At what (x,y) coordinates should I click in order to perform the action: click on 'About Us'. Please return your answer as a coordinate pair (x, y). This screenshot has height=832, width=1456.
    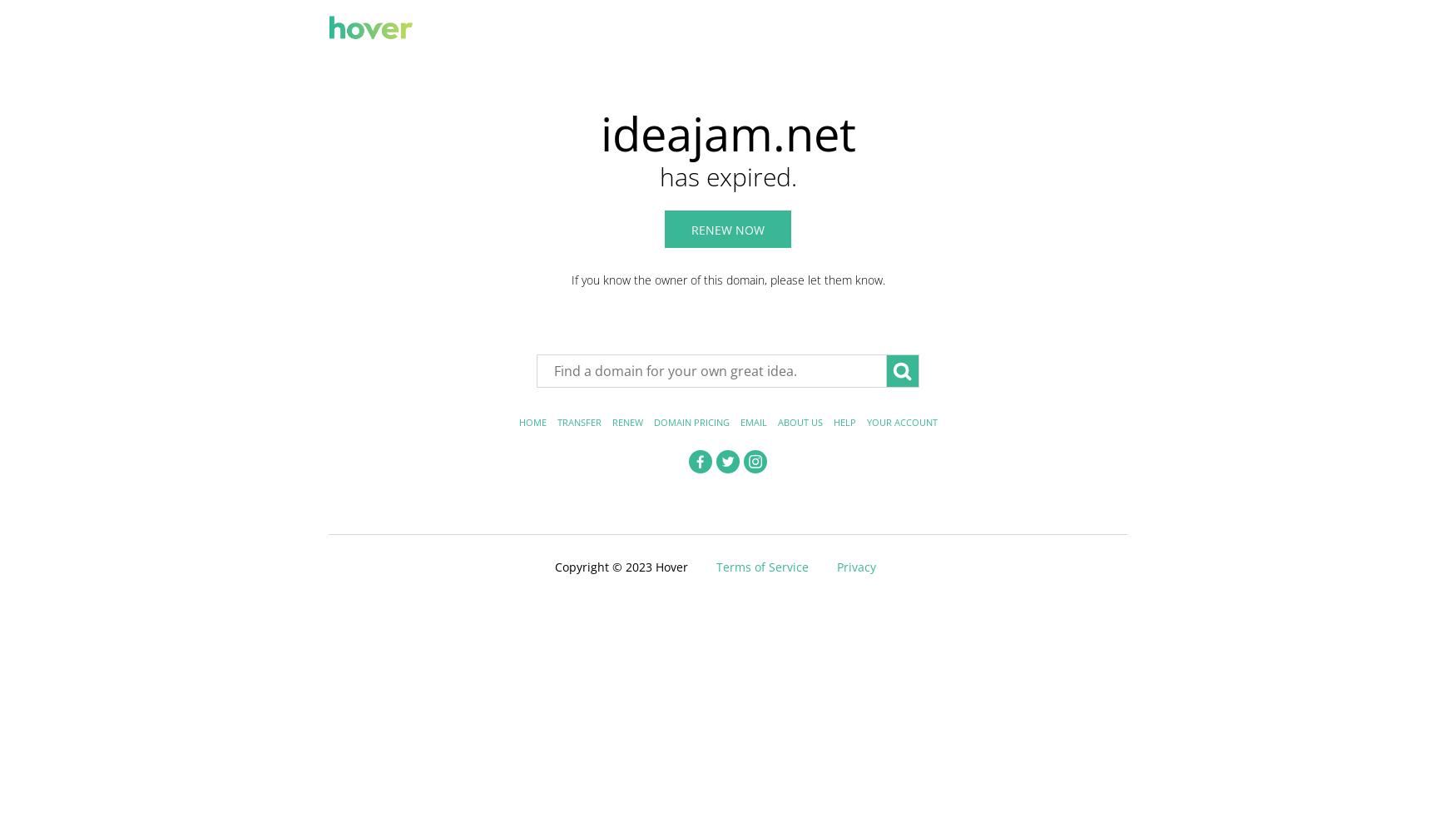
    Looking at the image, I should click on (799, 422).